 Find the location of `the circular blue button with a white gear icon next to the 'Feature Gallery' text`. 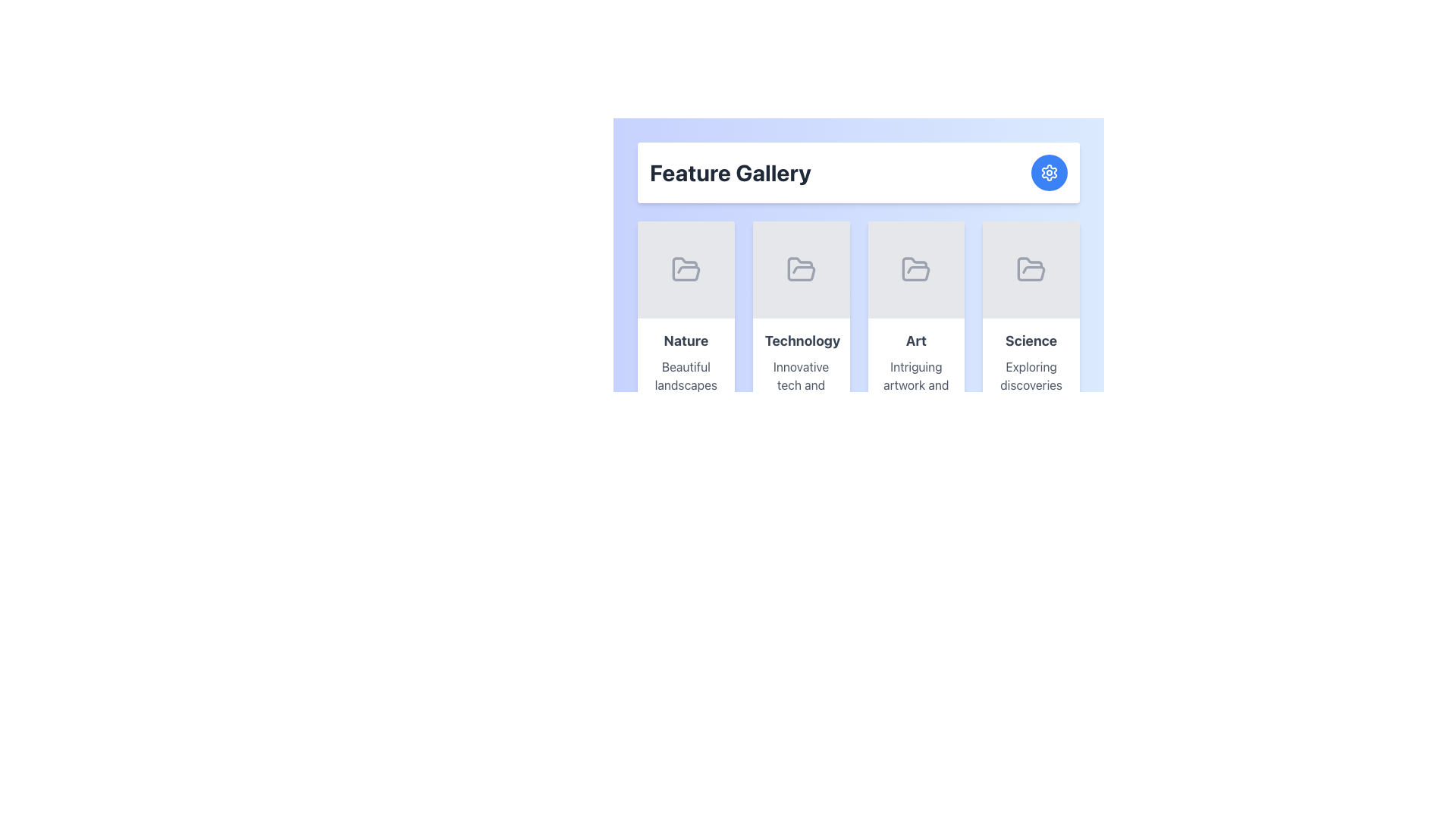

the circular blue button with a white gear icon next to the 'Feature Gallery' text is located at coordinates (1048, 171).